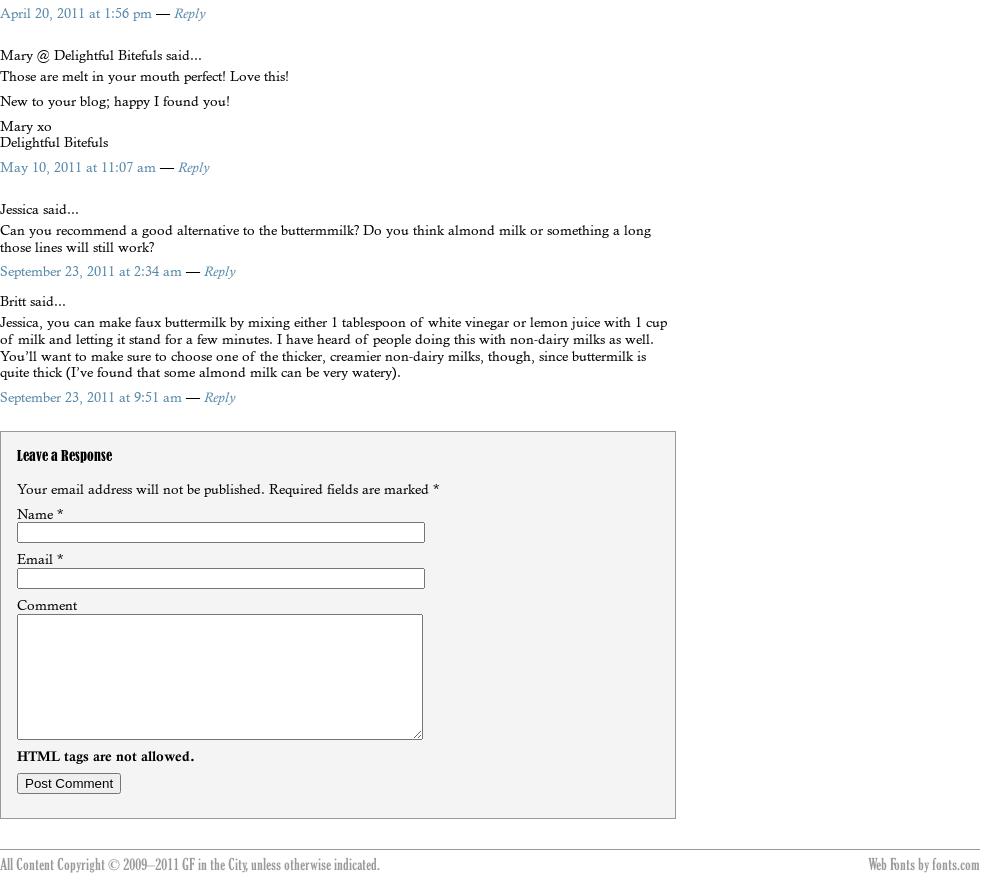 The image size is (1005, 886). What do you see at coordinates (0, 74) in the screenshot?
I see `'Those are melt in your mouth perfect! Love this!'` at bounding box center [0, 74].